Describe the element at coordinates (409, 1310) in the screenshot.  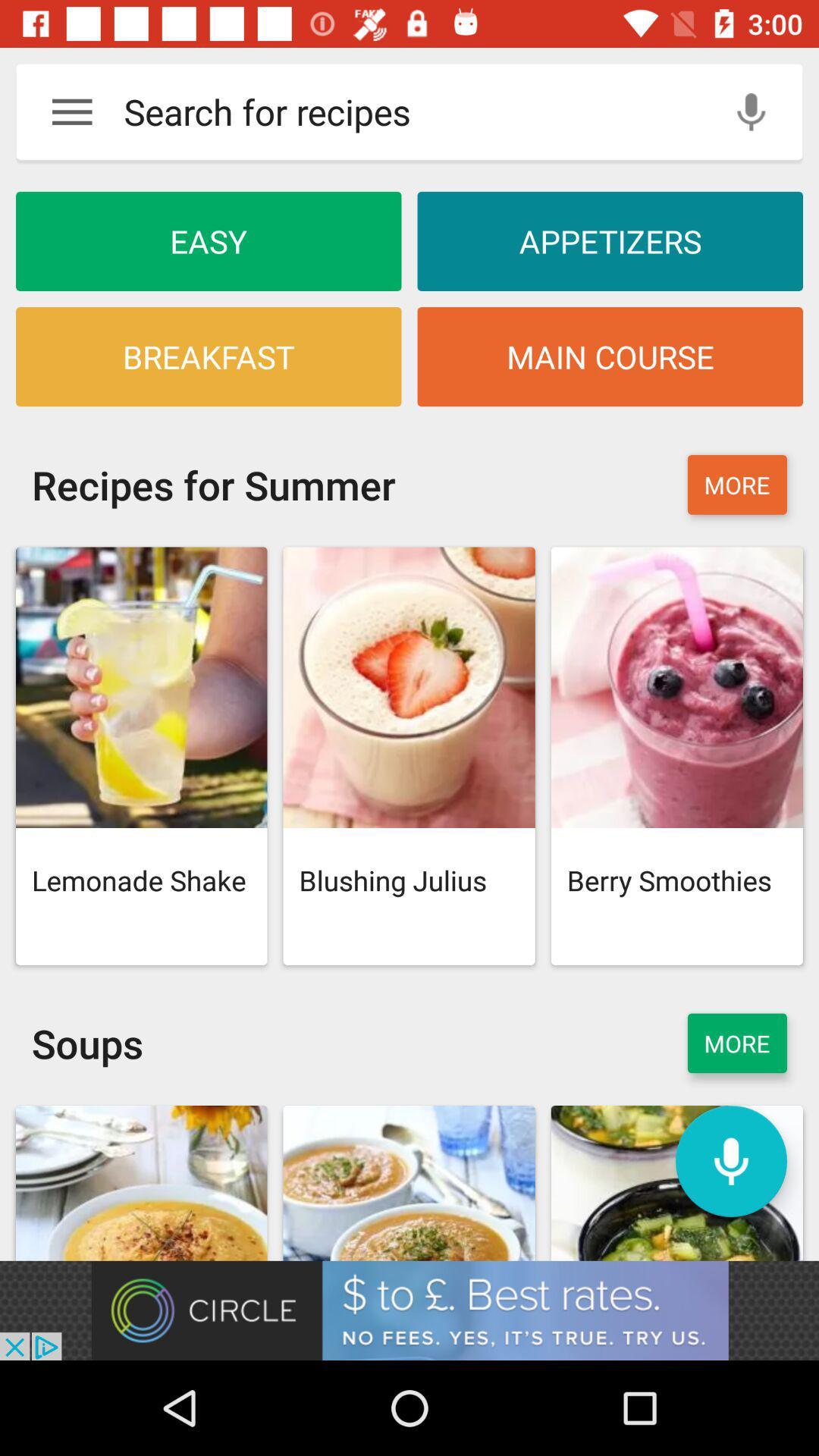
I see `circle to .best rates no fees yes it 's true try us` at that location.